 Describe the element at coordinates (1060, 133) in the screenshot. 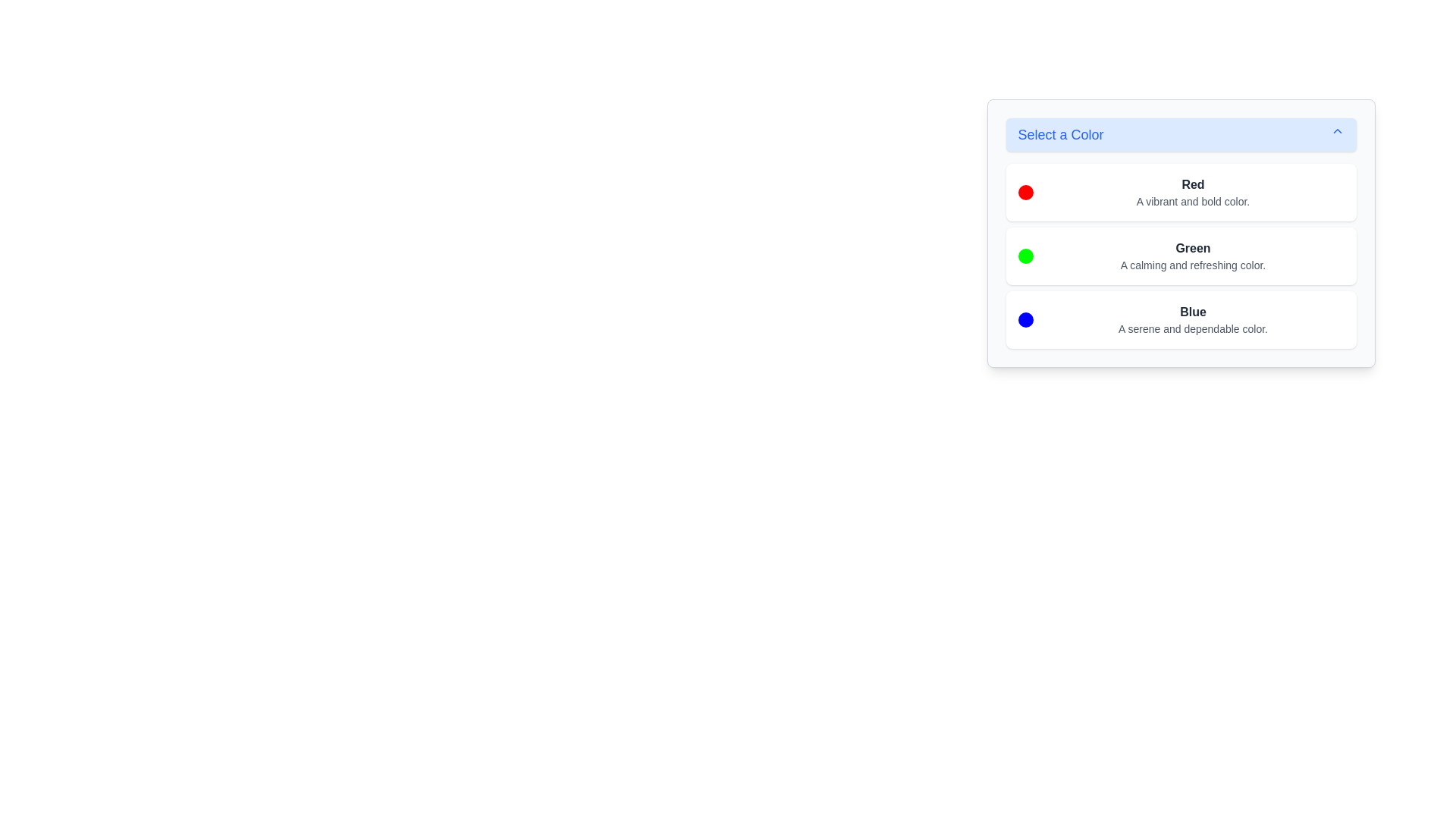

I see `the static text label that indicates the content or purpose of the dropdown, located on the left side and aligned with an arrow icon` at that location.